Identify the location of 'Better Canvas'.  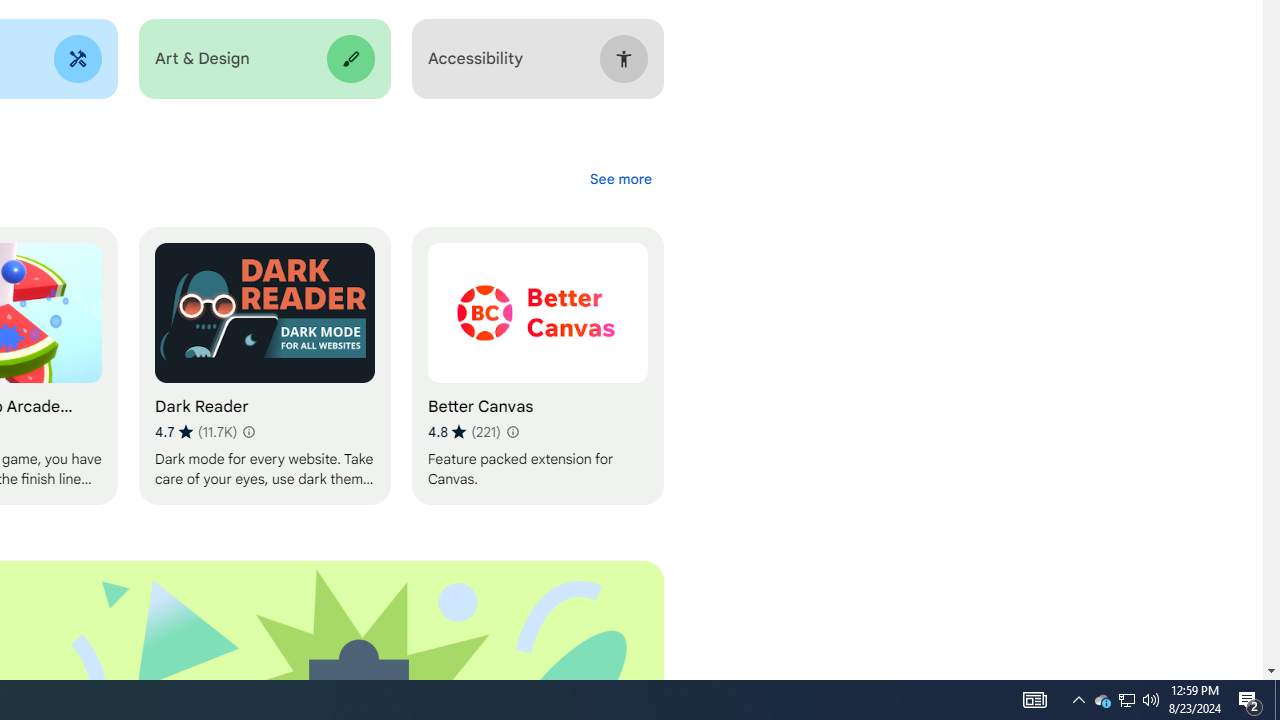
(537, 366).